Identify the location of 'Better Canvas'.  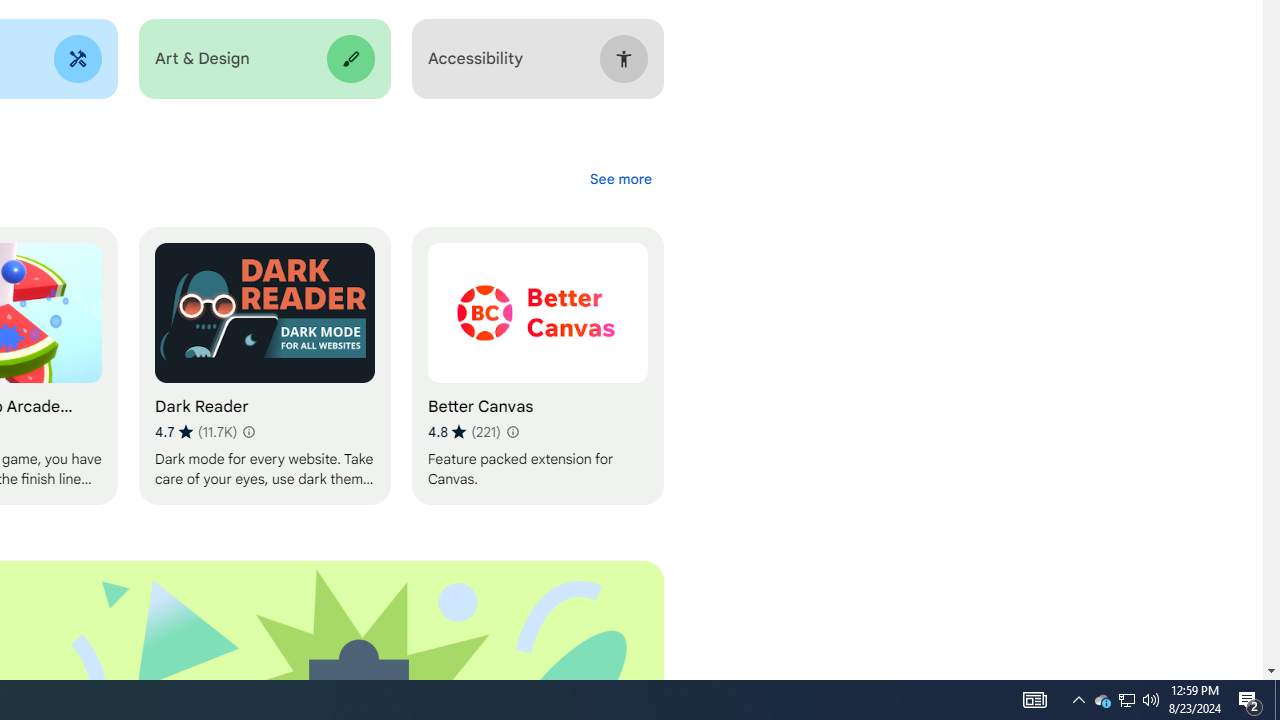
(537, 366).